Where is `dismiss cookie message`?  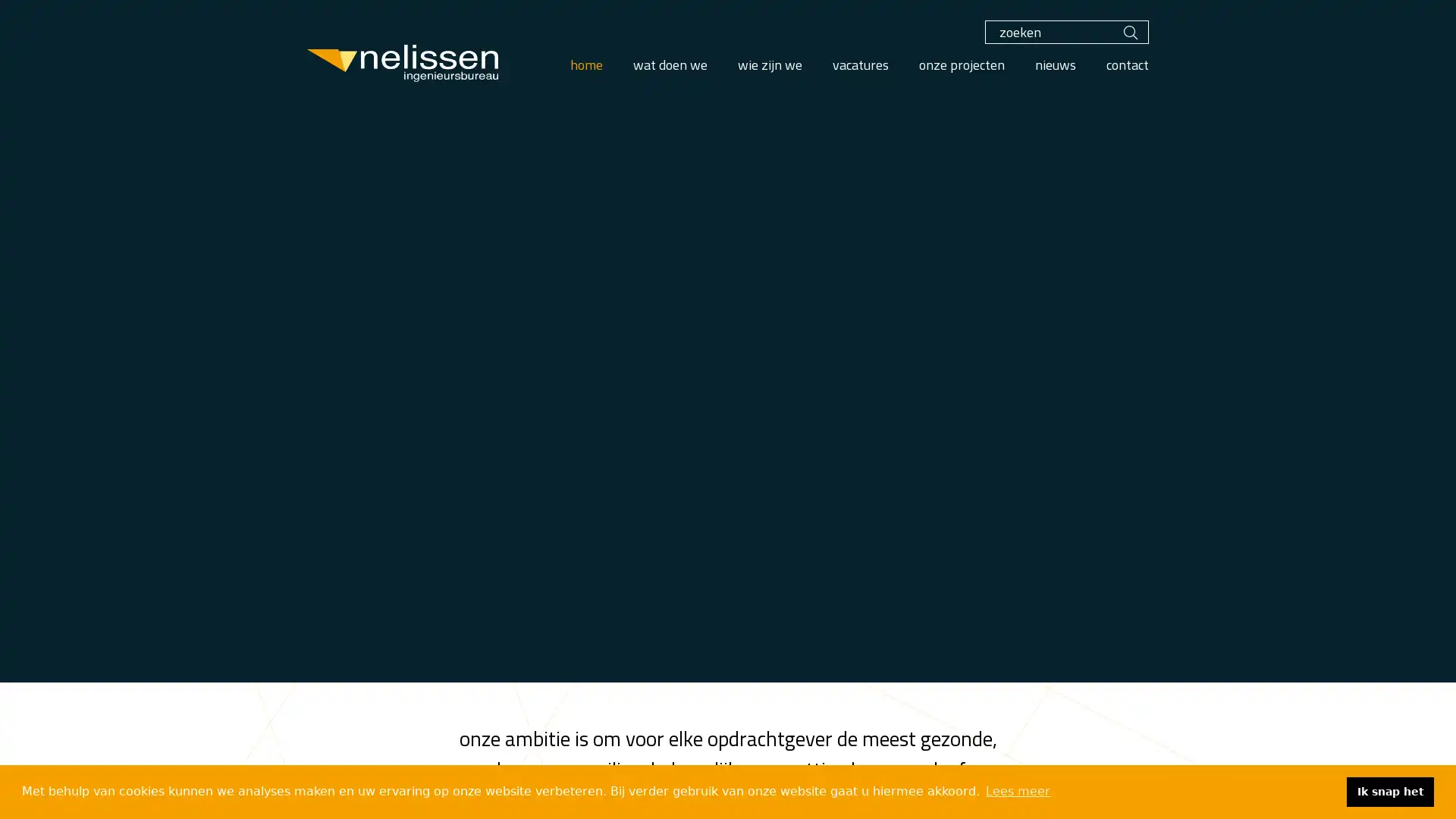 dismiss cookie message is located at coordinates (1390, 791).